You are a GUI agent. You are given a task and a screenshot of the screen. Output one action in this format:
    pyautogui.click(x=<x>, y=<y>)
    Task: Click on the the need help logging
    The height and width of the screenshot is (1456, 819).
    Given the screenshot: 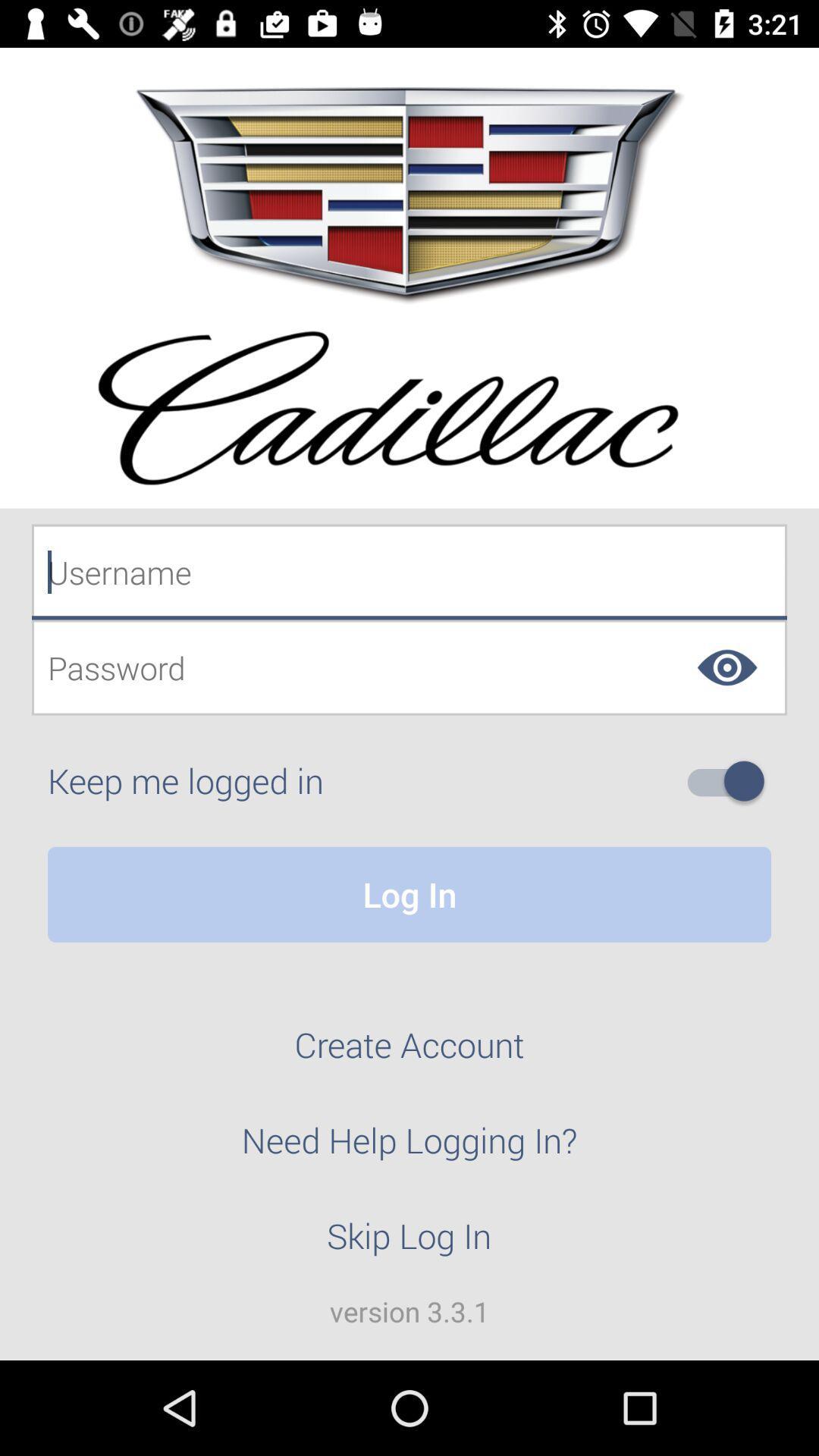 What is the action you would take?
    pyautogui.click(x=409, y=1149)
    